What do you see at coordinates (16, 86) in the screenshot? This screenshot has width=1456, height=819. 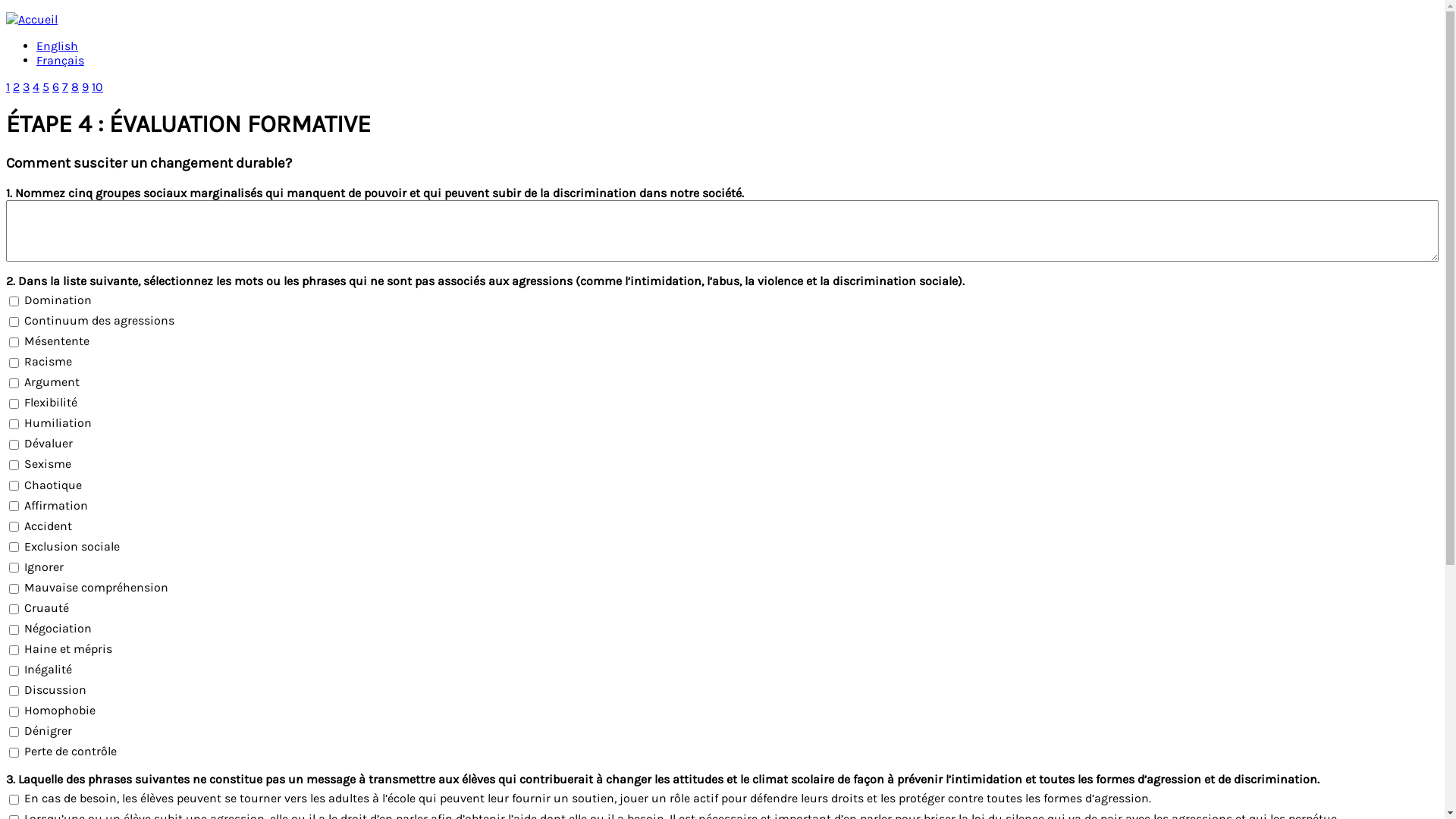 I see `'2'` at bounding box center [16, 86].